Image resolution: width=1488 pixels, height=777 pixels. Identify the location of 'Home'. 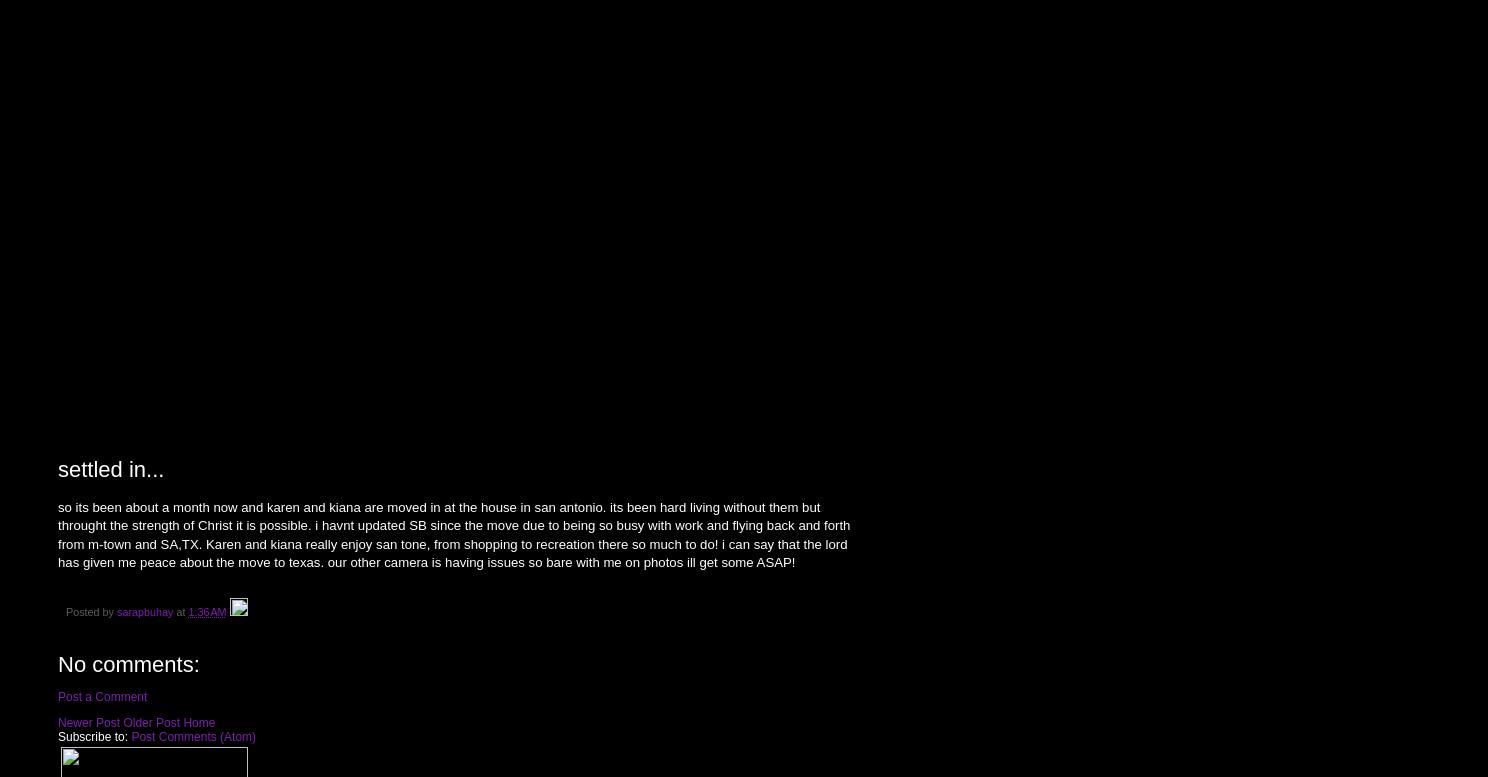
(198, 721).